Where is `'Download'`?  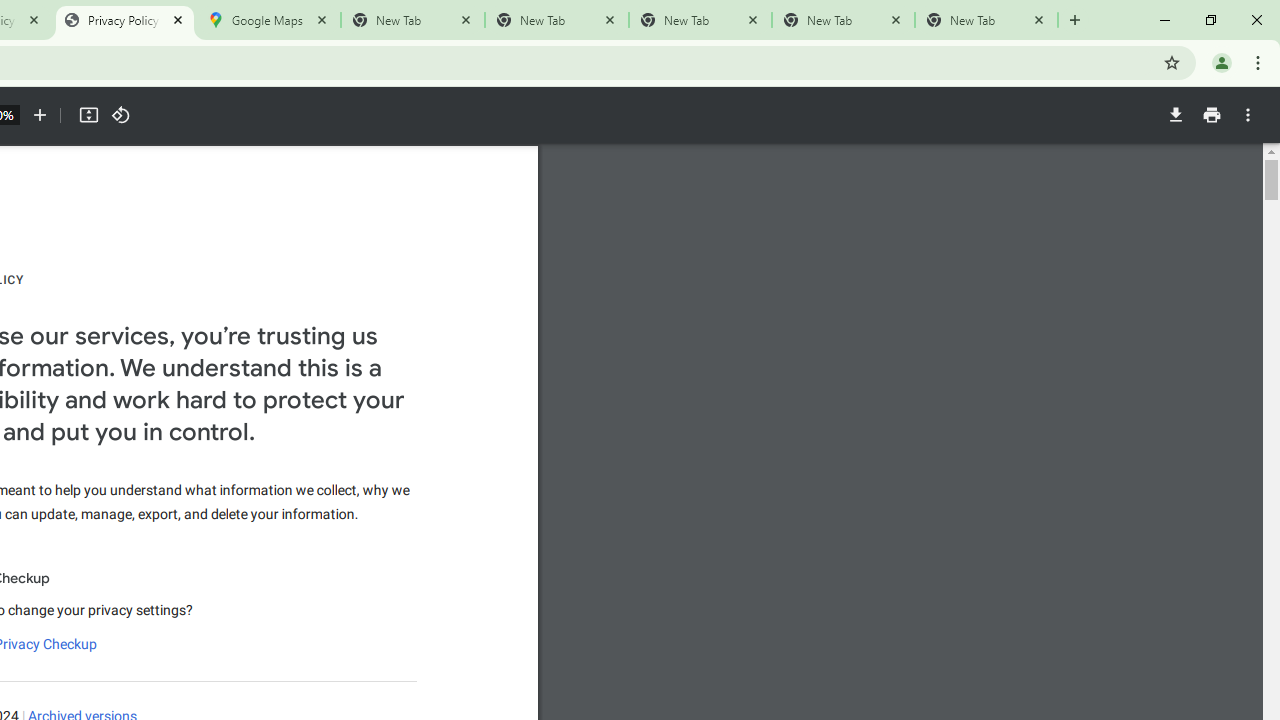
'Download' is located at coordinates (1175, 115).